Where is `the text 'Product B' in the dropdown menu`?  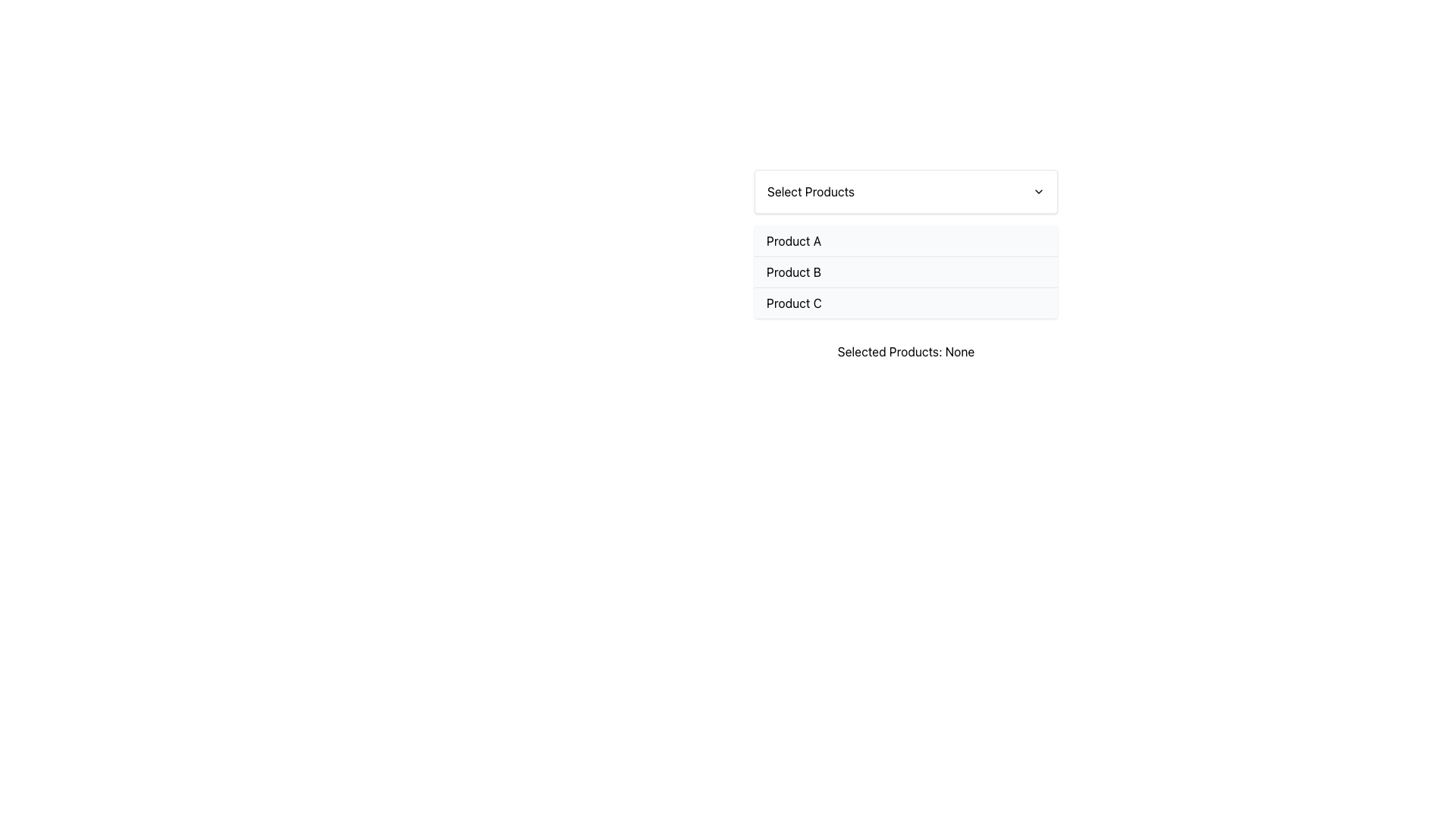
the text 'Product B' in the dropdown menu is located at coordinates (792, 271).